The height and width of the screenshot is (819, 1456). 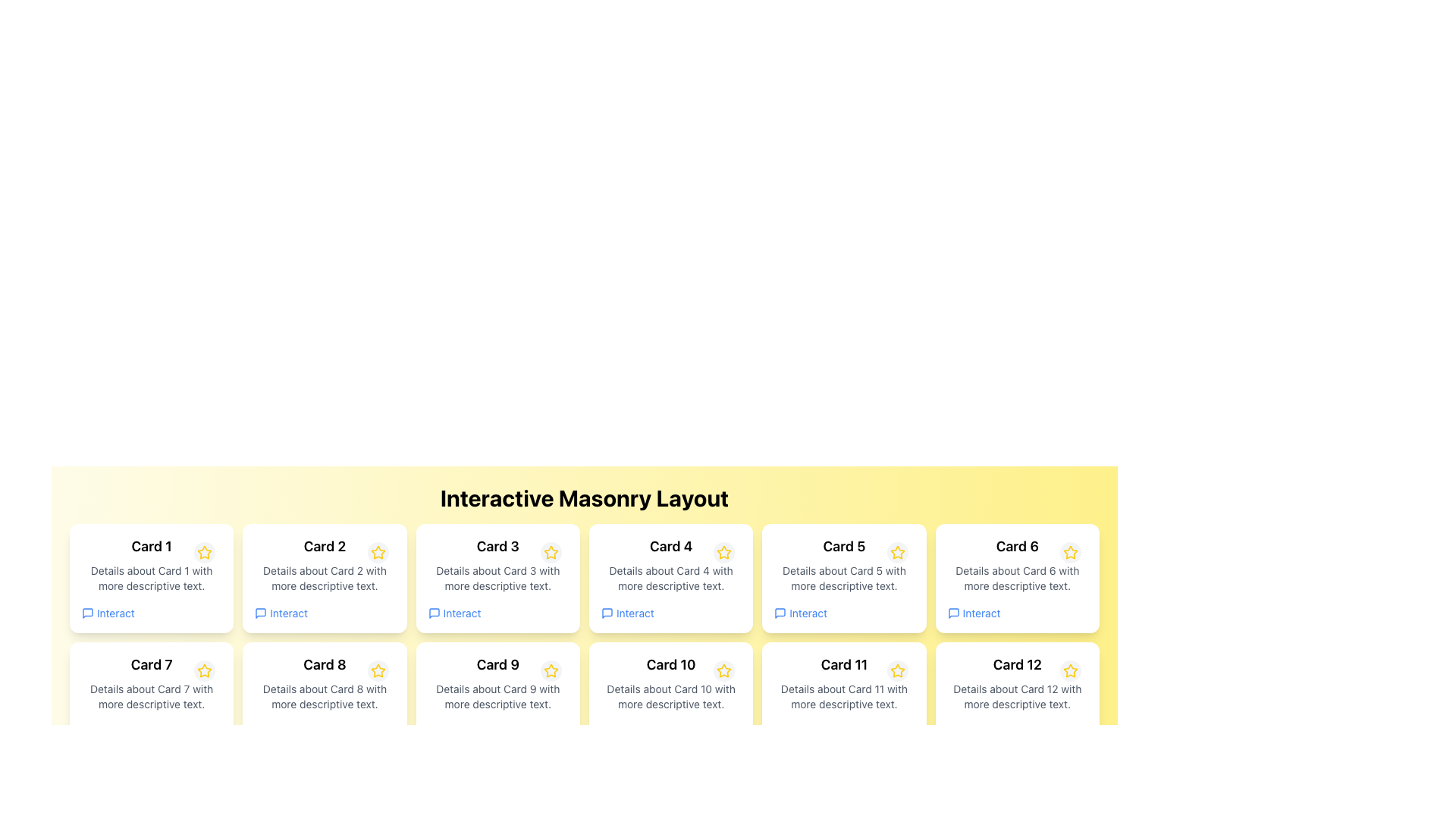 I want to click on the Text Link with Icon located at the bottom-left area of 'Card 1', so click(x=107, y=613).